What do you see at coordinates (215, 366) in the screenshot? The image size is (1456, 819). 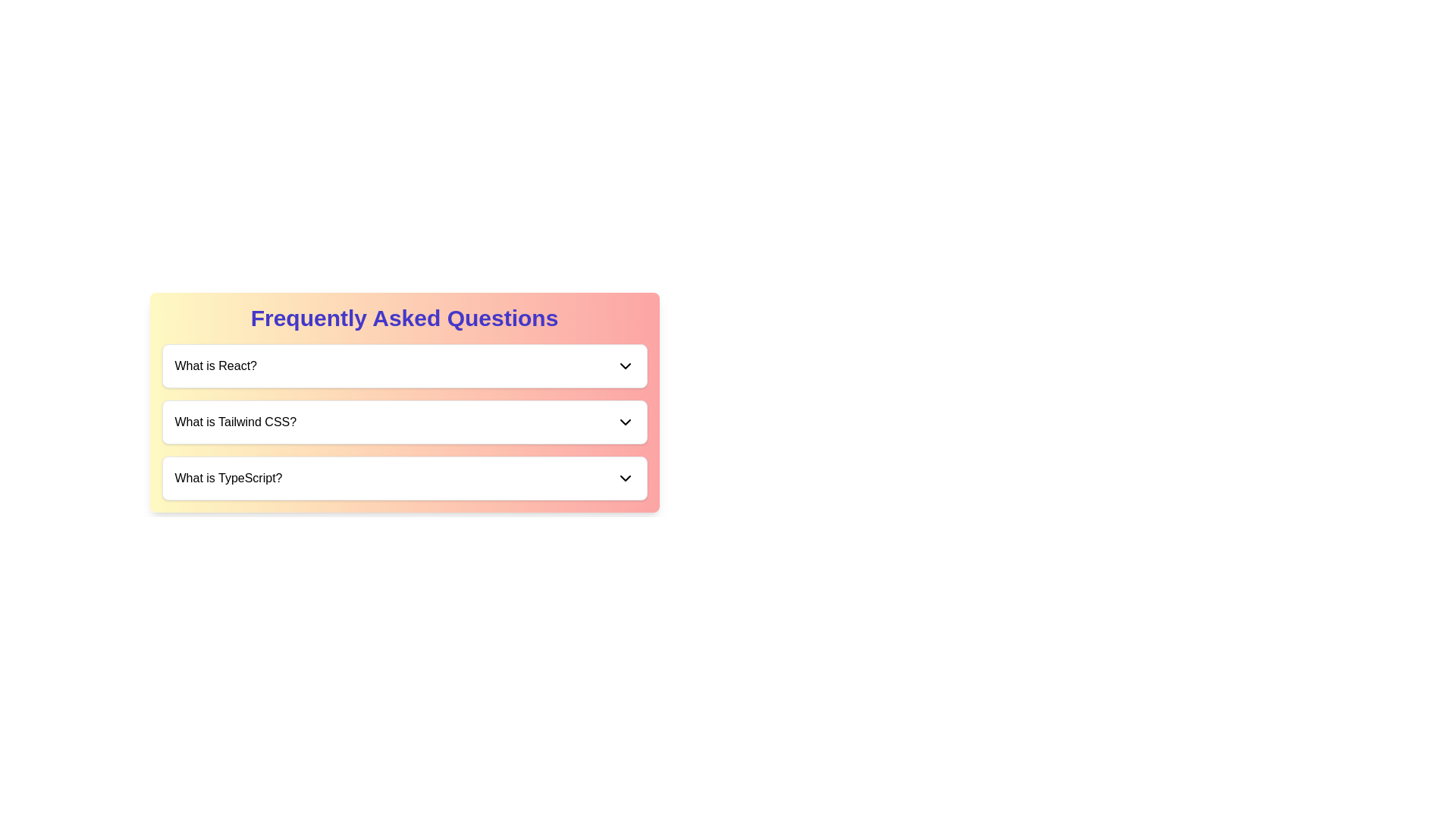 I see `the static text label reading 'What is React?' in the FAQ component, which is the left-aligned text in the first row of the question list` at bounding box center [215, 366].